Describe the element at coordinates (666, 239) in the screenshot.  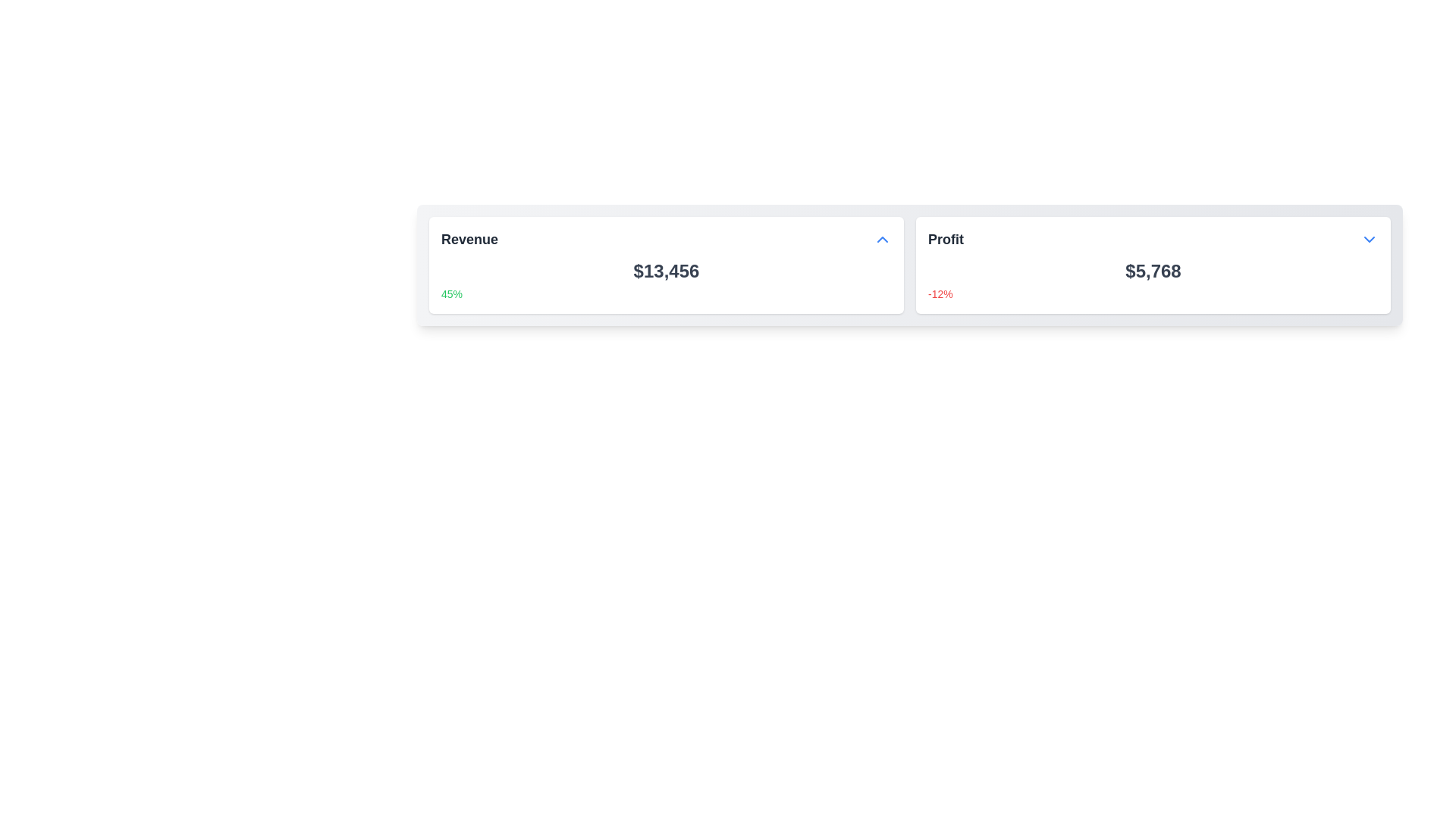
I see `to select the text of the Heading with an interactive icon that signifies the title or category of the revenue data displayed below` at that location.